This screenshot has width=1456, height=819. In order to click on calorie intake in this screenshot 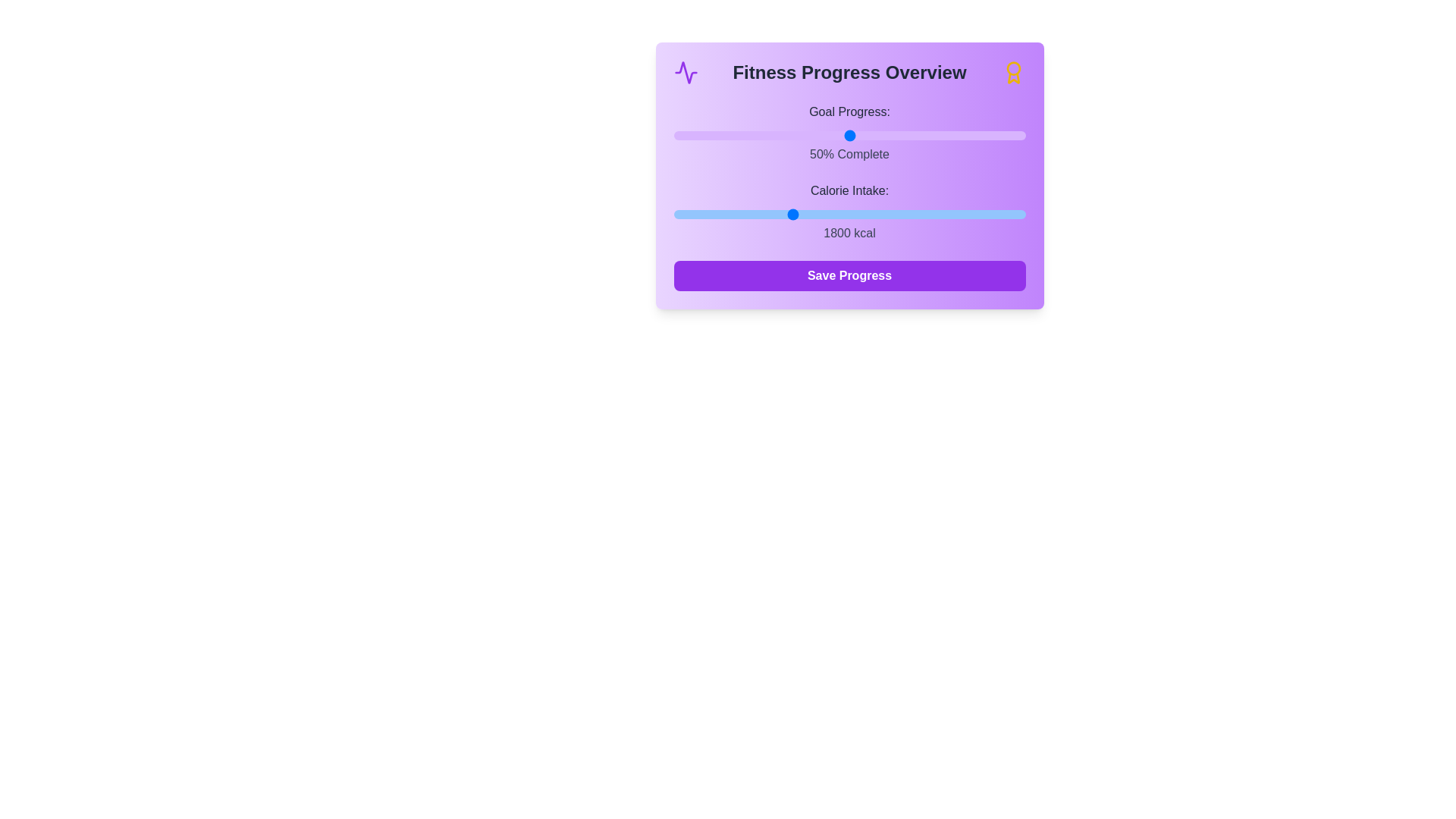, I will do `click(673, 214)`.